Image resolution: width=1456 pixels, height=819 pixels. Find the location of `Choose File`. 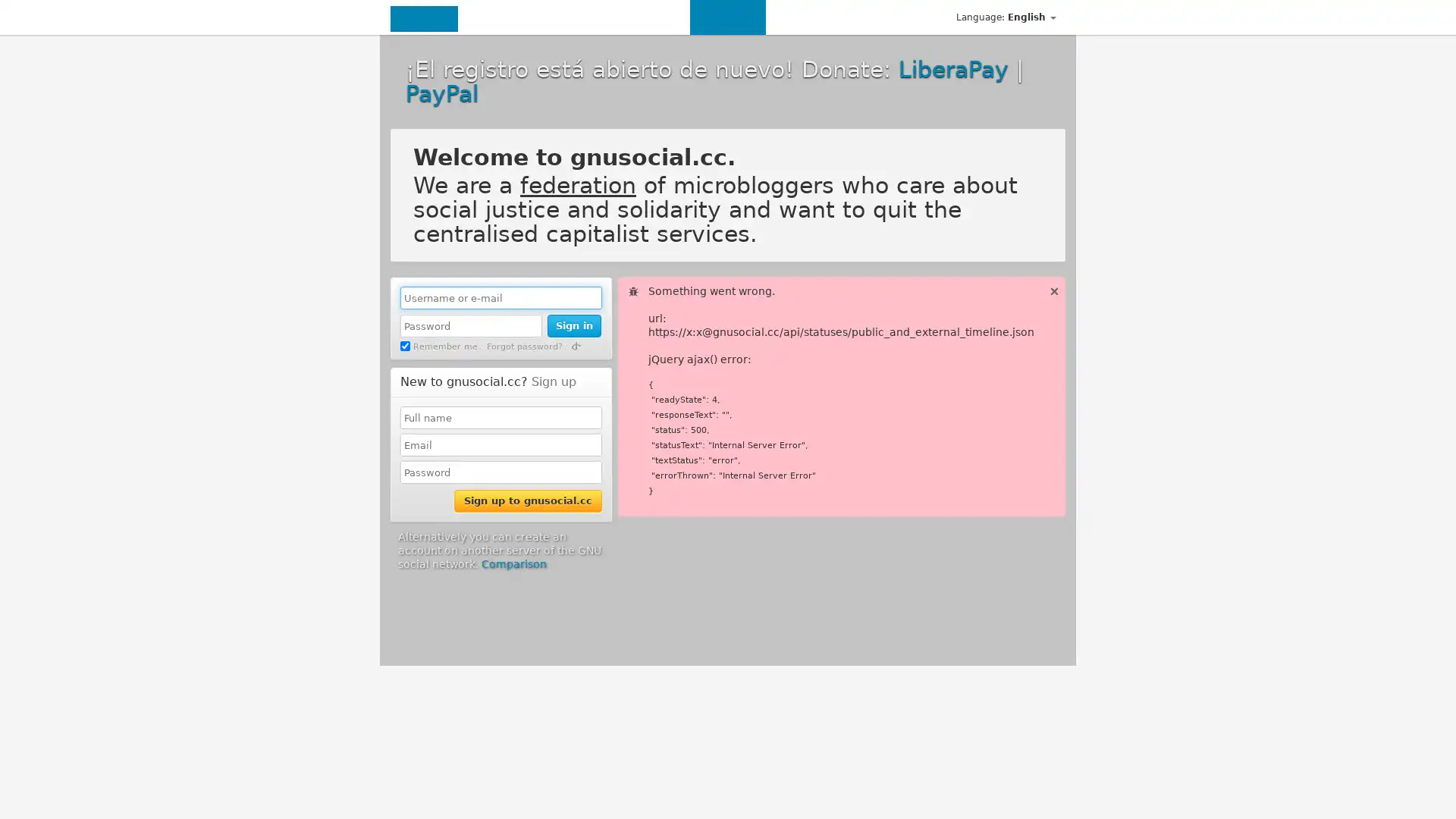

Choose File is located at coordinates (761, 36).